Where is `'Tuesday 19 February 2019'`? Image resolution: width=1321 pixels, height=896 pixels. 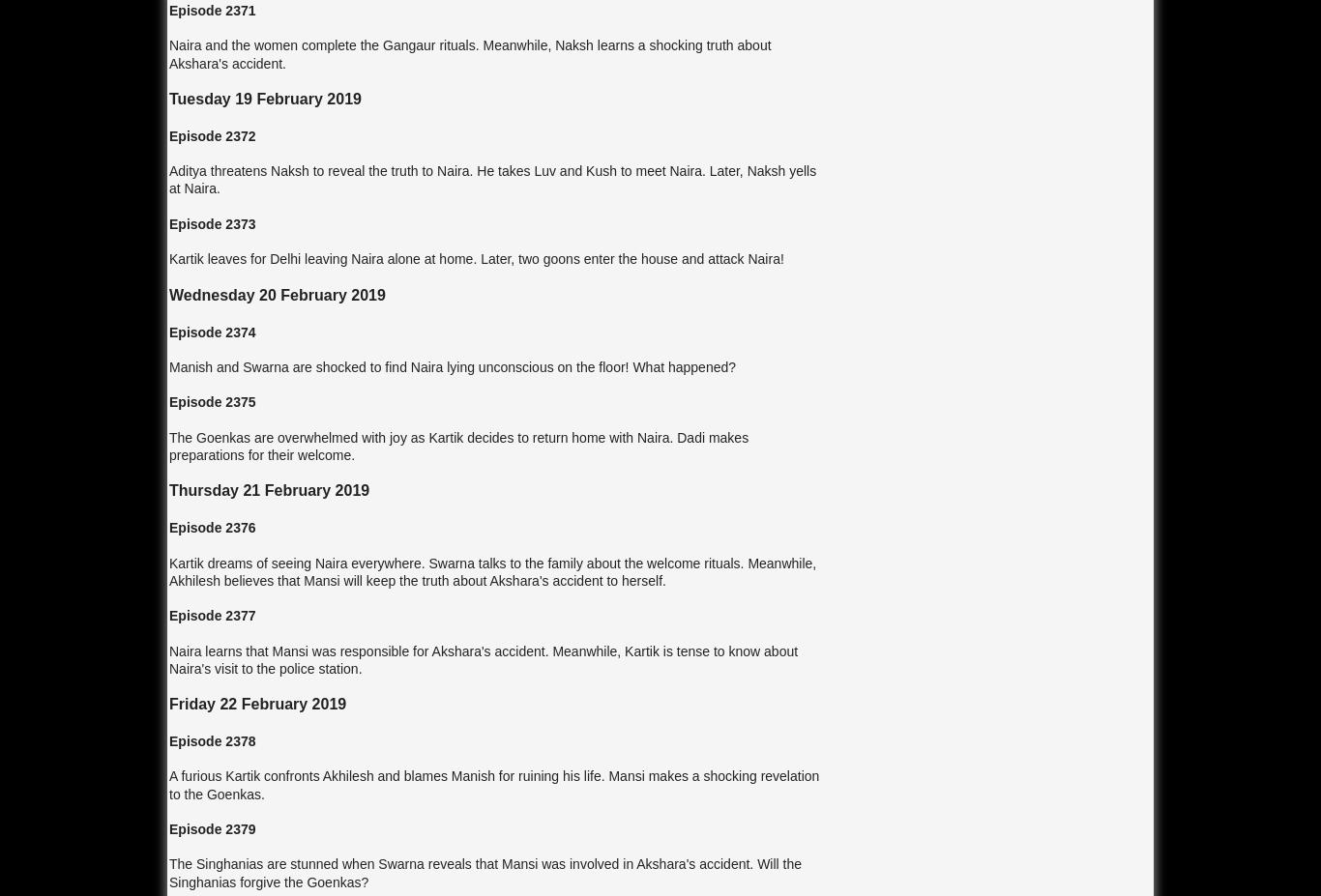 'Tuesday 19 February 2019' is located at coordinates (265, 97).